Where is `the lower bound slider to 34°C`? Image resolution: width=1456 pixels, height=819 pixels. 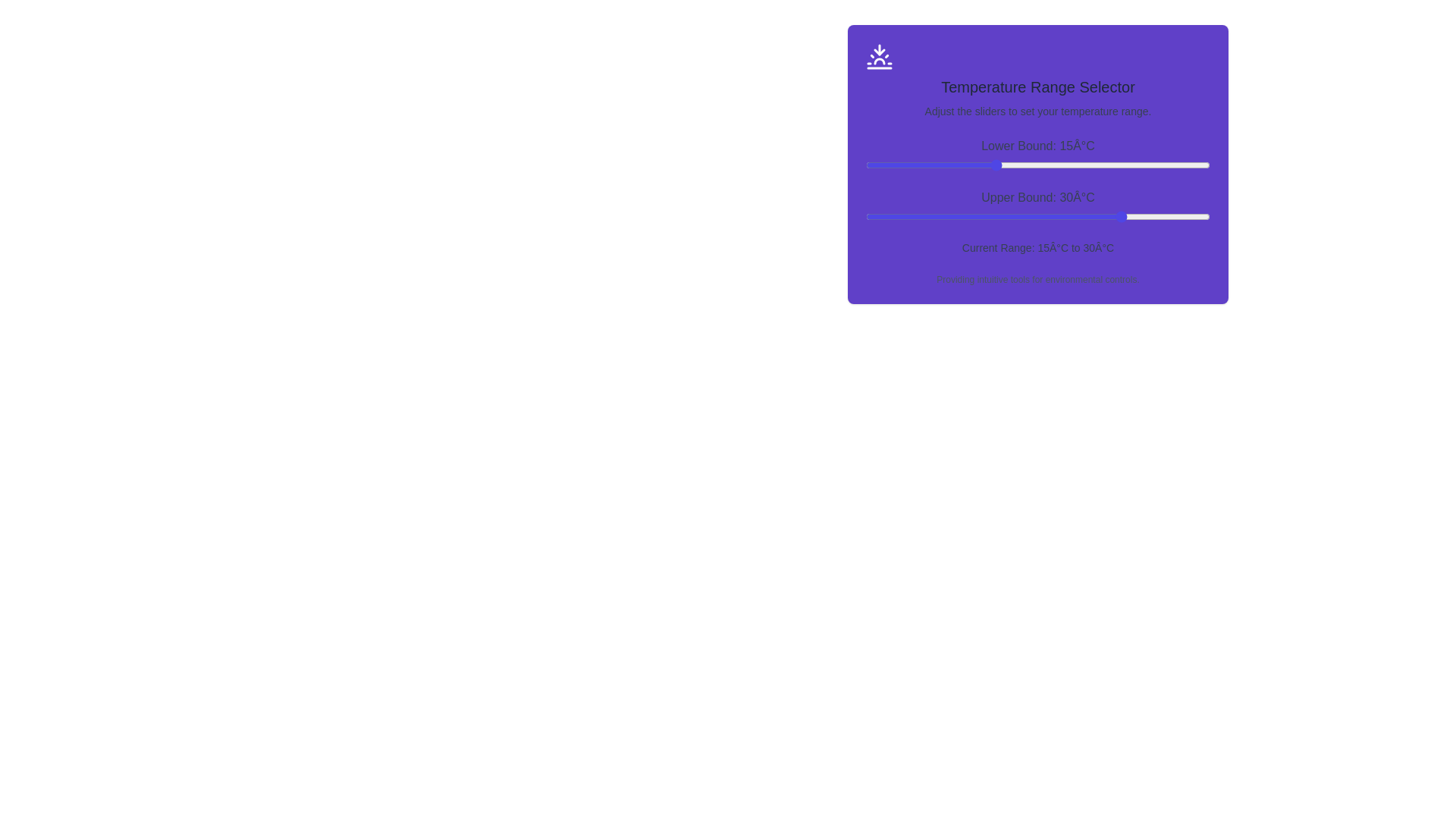
the lower bound slider to 34°C is located at coordinates (1157, 165).